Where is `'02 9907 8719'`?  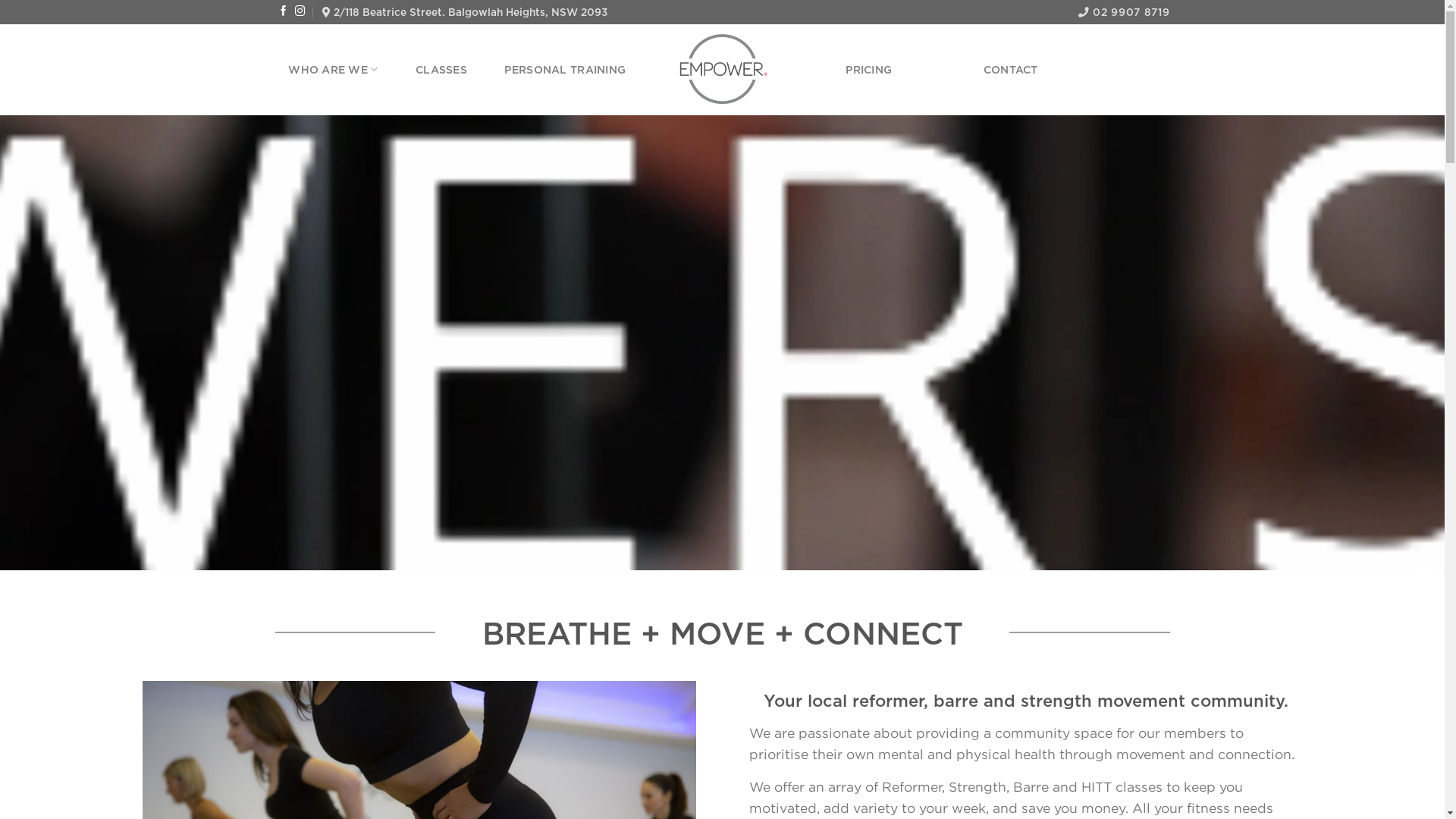 '02 9907 8719' is located at coordinates (1124, 11).